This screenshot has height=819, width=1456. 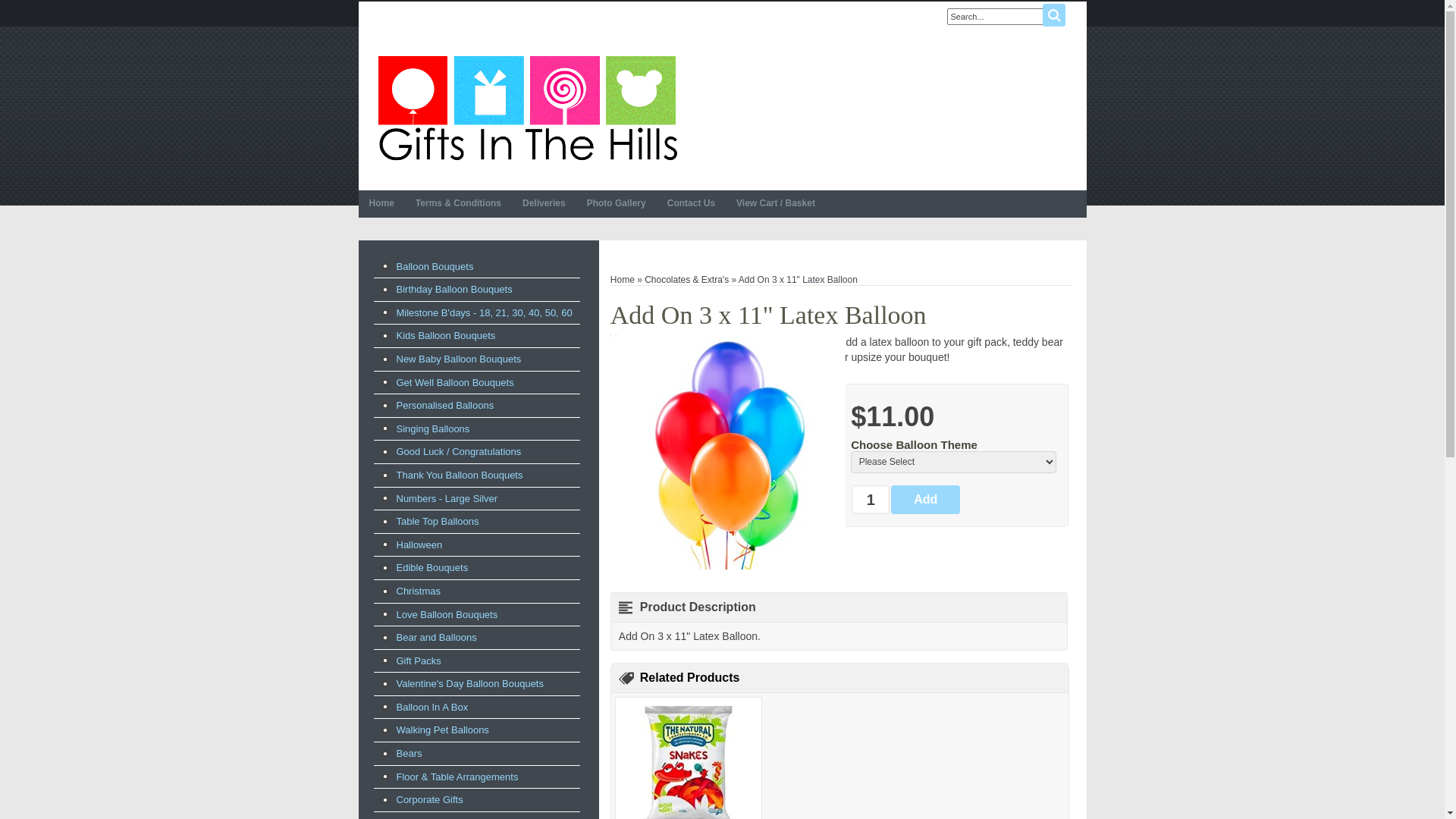 What do you see at coordinates (372, 730) in the screenshot?
I see `'Walking Pet Balloons'` at bounding box center [372, 730].